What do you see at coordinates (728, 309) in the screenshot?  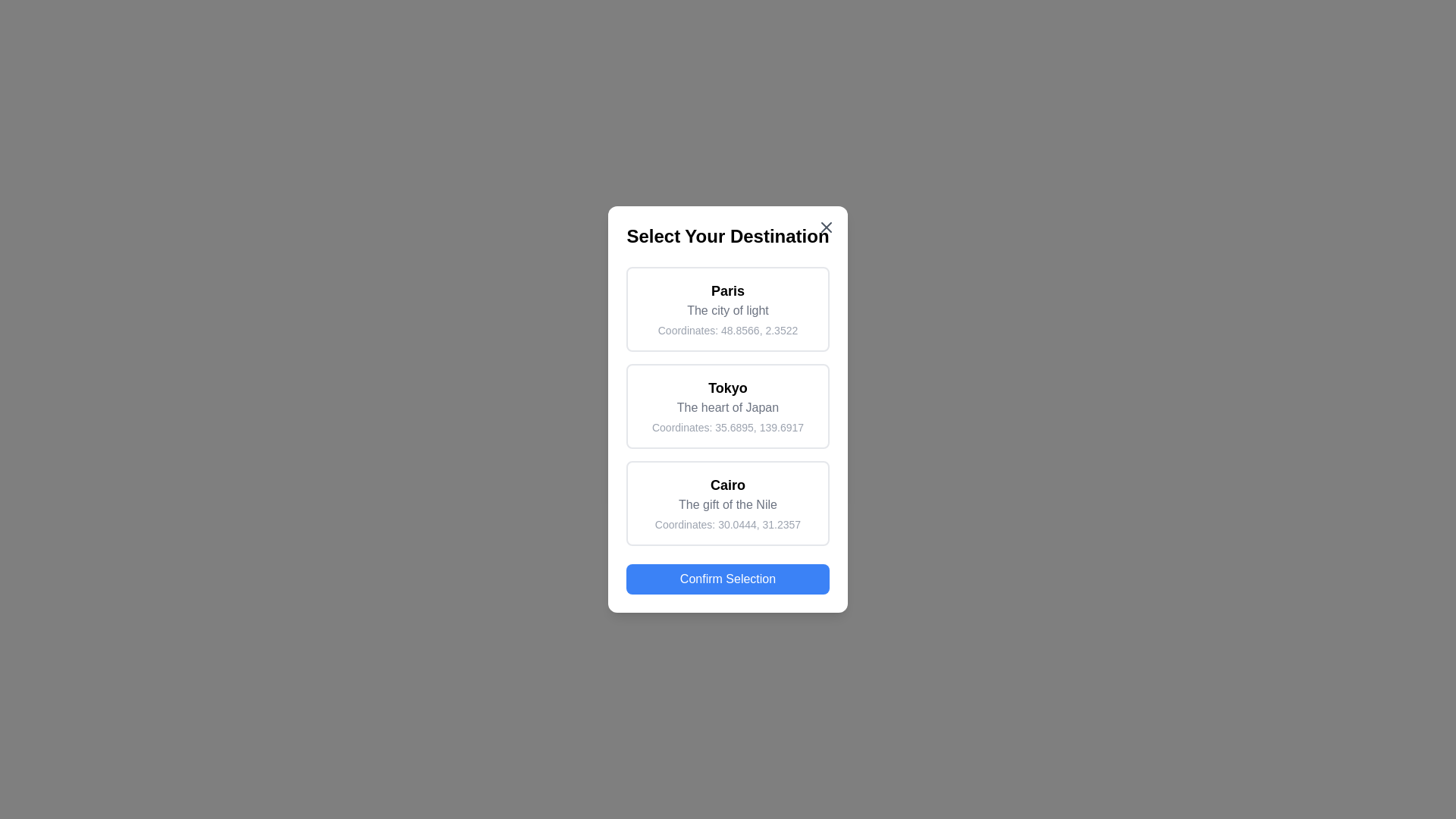 I see `the destination card for Paris` at bounding box center [728, 309].